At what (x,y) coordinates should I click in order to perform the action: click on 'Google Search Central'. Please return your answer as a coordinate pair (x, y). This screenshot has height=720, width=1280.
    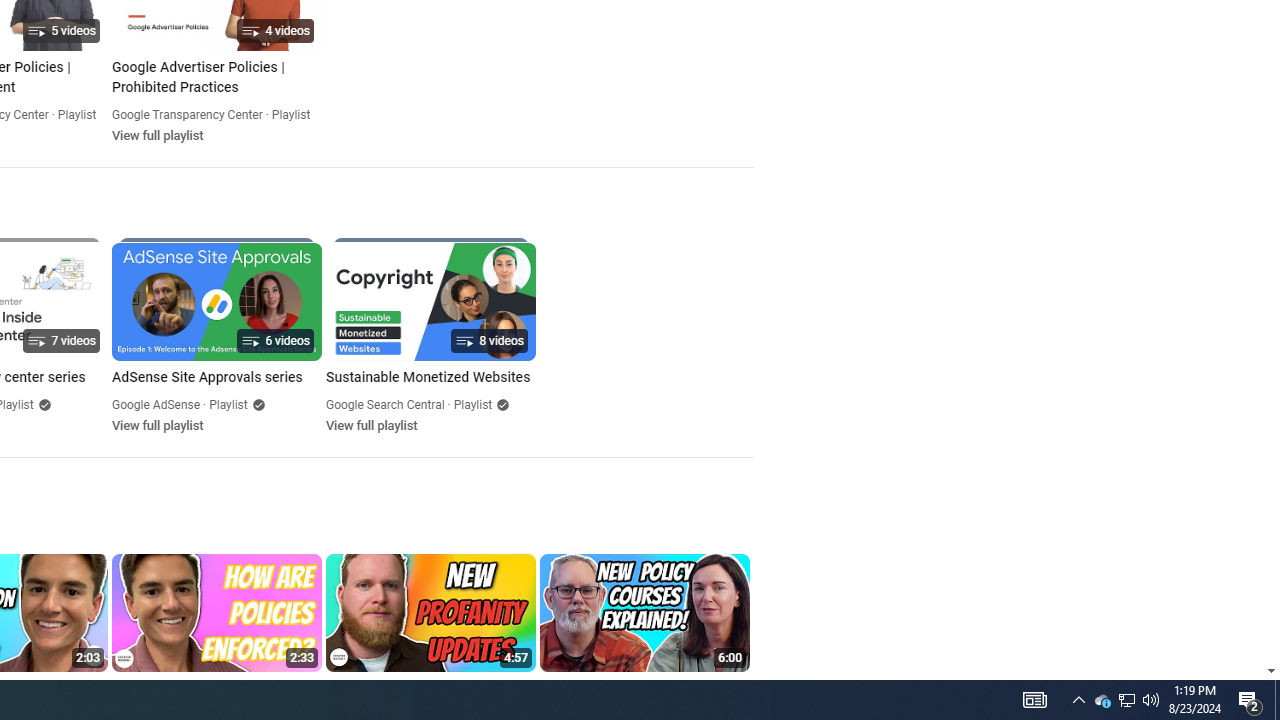
    Looking at the image, I should click on (385, 405).